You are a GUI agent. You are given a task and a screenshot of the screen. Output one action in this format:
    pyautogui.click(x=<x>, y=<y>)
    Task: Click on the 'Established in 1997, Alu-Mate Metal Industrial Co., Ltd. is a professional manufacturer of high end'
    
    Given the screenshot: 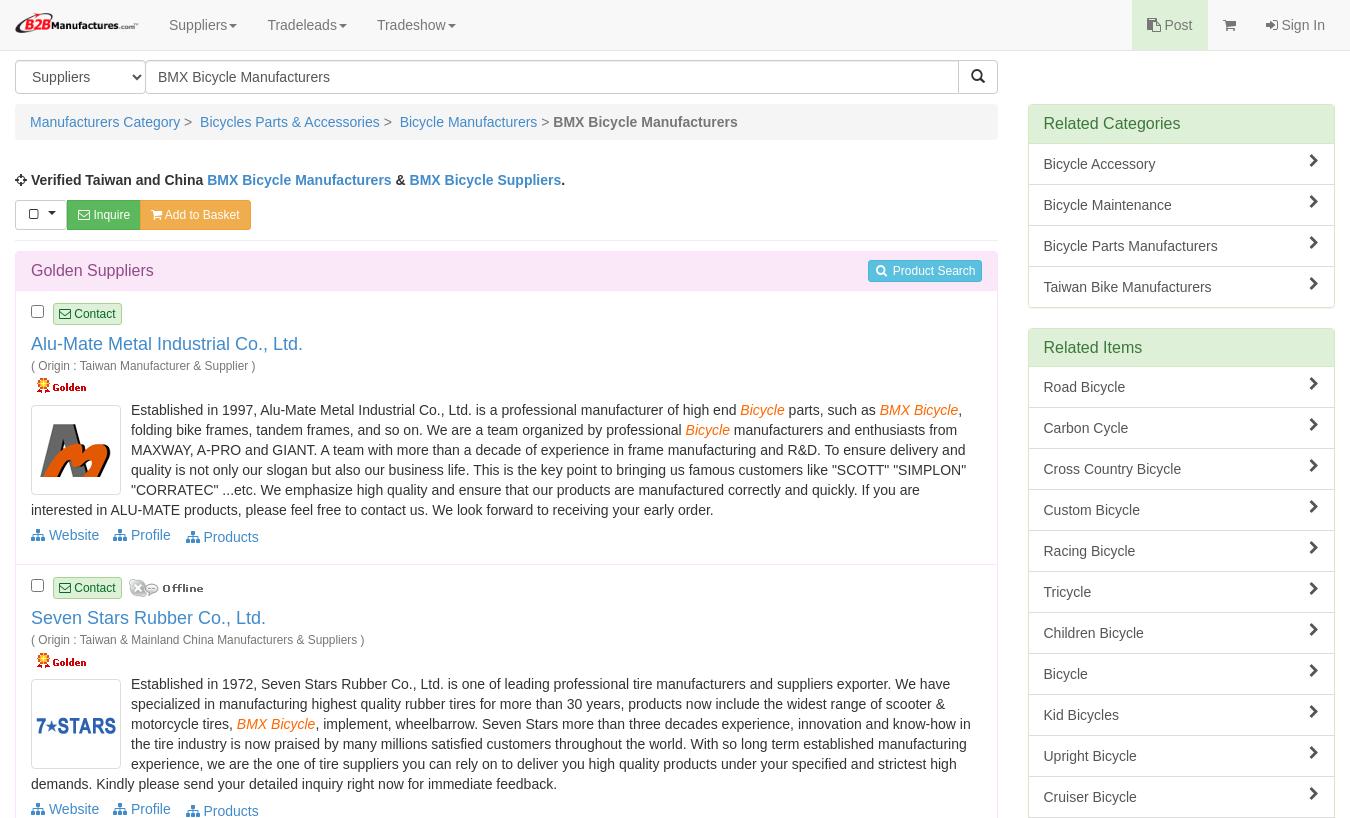 What is the action you would take?
    pyautogui.click(x=435, y=409)
    